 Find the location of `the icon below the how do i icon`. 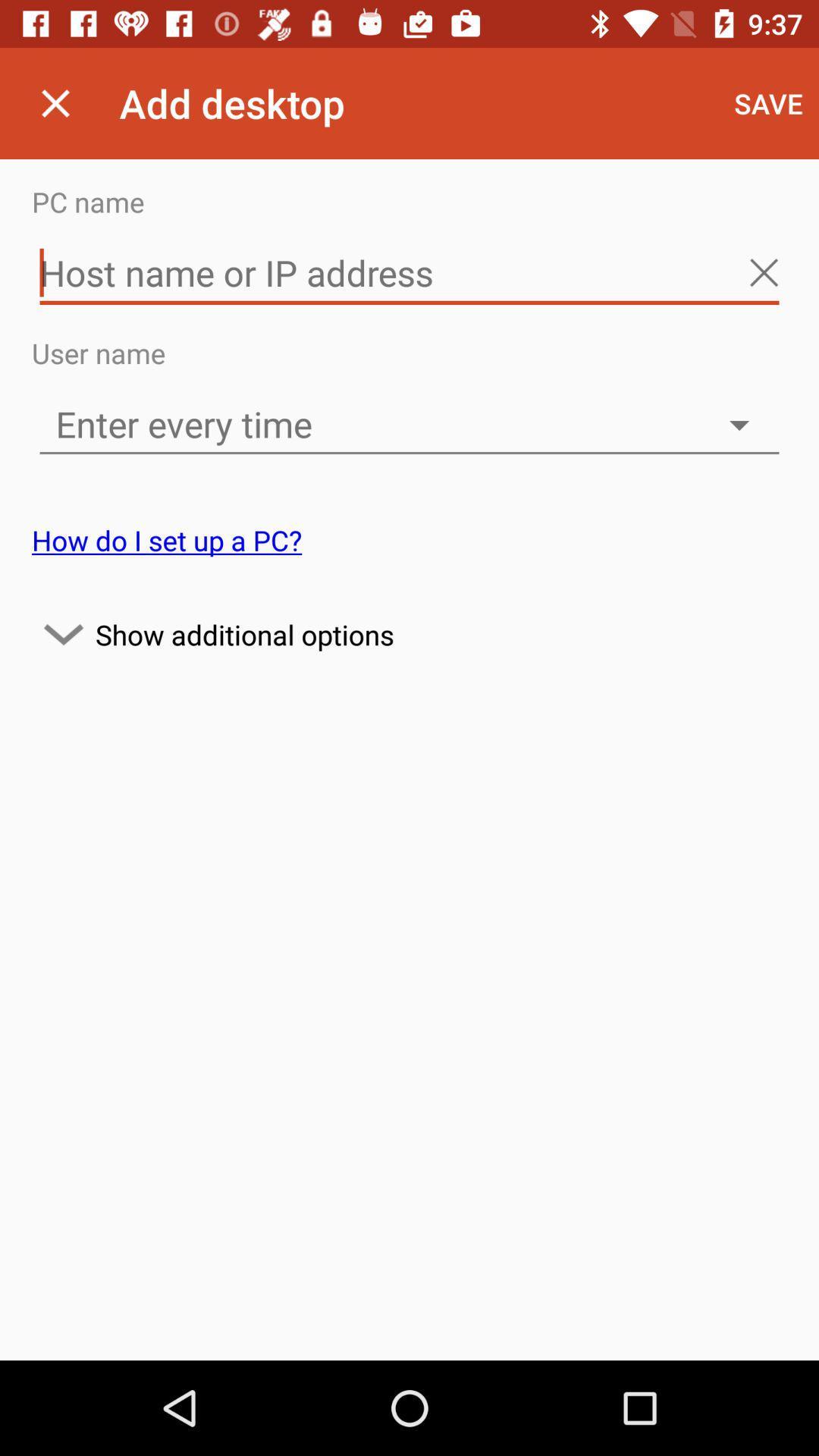

the icon below the how do i icon is located at coordinates (409, 634).